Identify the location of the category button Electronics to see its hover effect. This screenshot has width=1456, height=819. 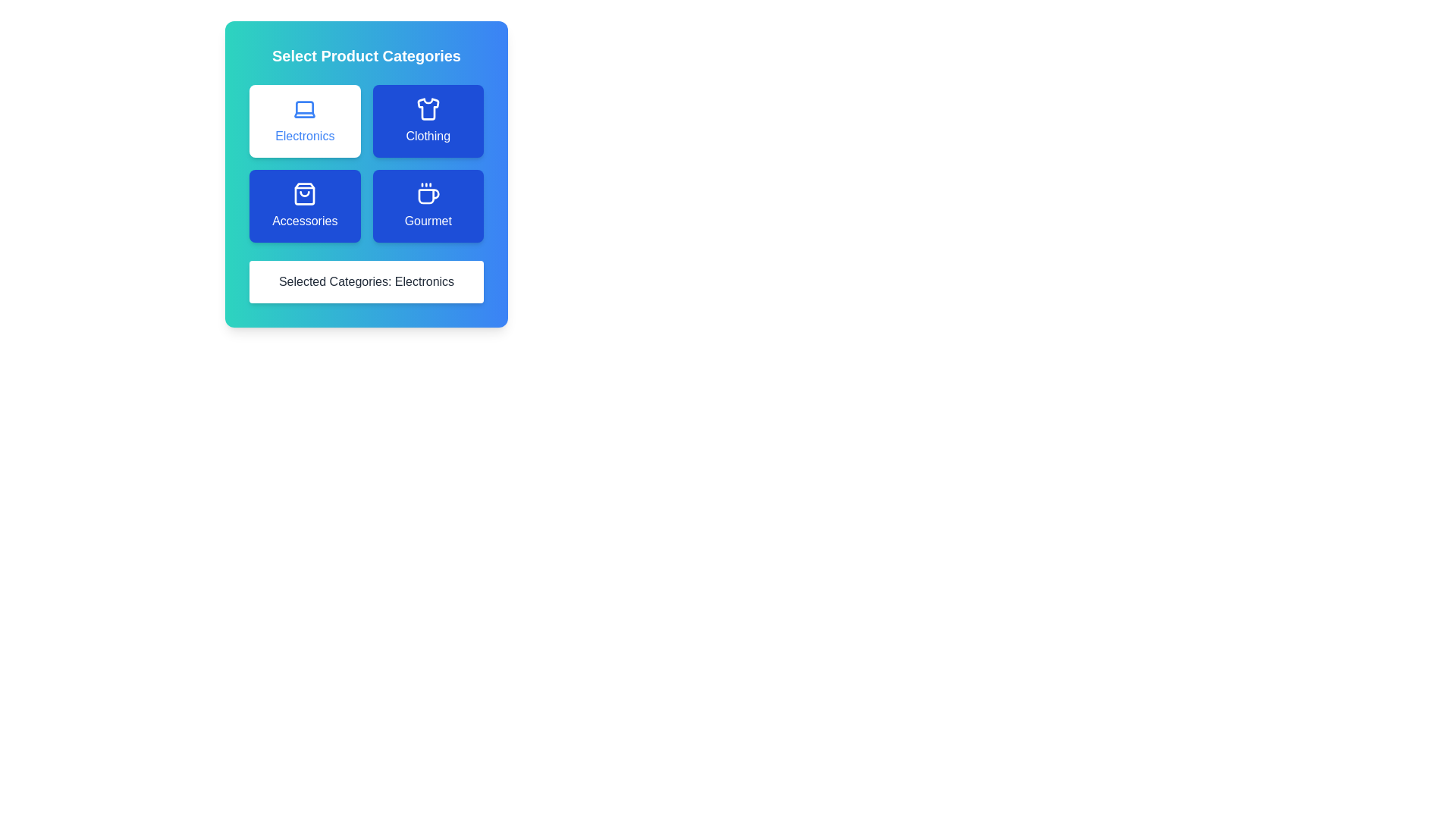
(304, 120).